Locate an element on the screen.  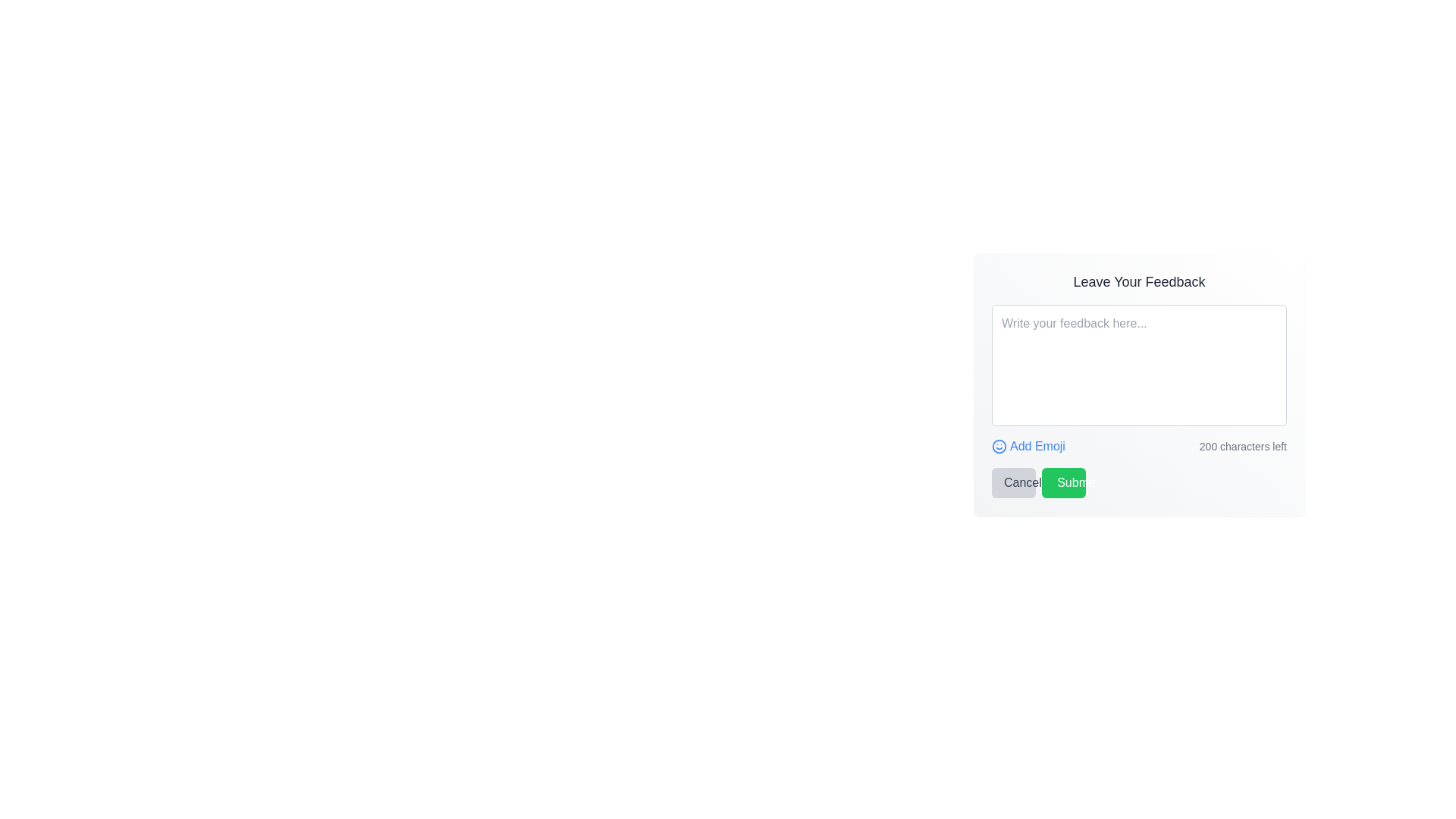
the small smiley face icon located to the left of the 'Add Emoji' text is located at coordinates (999, 446).